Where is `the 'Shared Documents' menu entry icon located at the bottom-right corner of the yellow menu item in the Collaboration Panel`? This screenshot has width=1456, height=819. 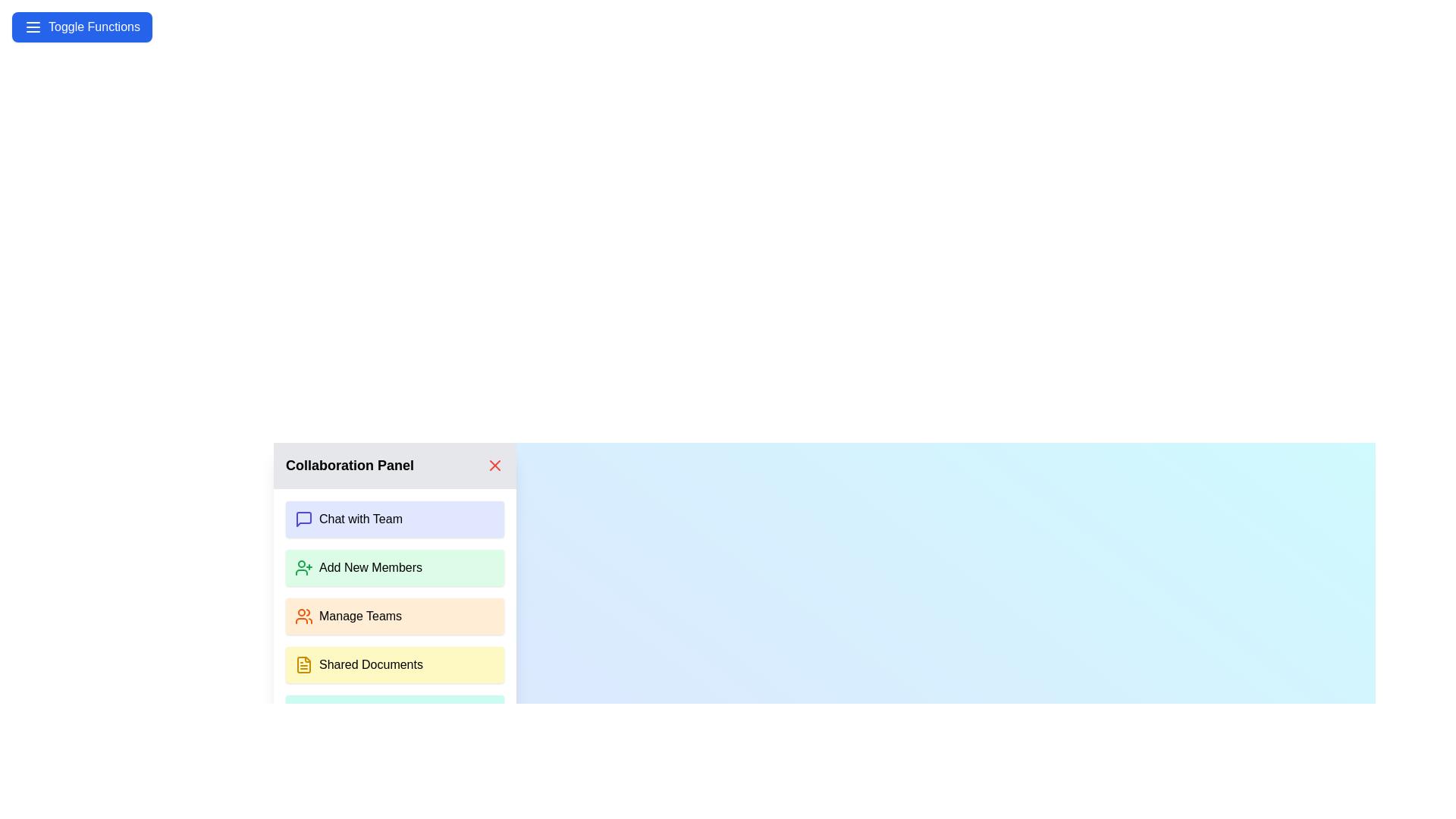 the 'Shared Documents' menu entry icon located at the bottom-right corner of the yellow menu item in the Collaboration Panel is located at coordinates (303, 664).